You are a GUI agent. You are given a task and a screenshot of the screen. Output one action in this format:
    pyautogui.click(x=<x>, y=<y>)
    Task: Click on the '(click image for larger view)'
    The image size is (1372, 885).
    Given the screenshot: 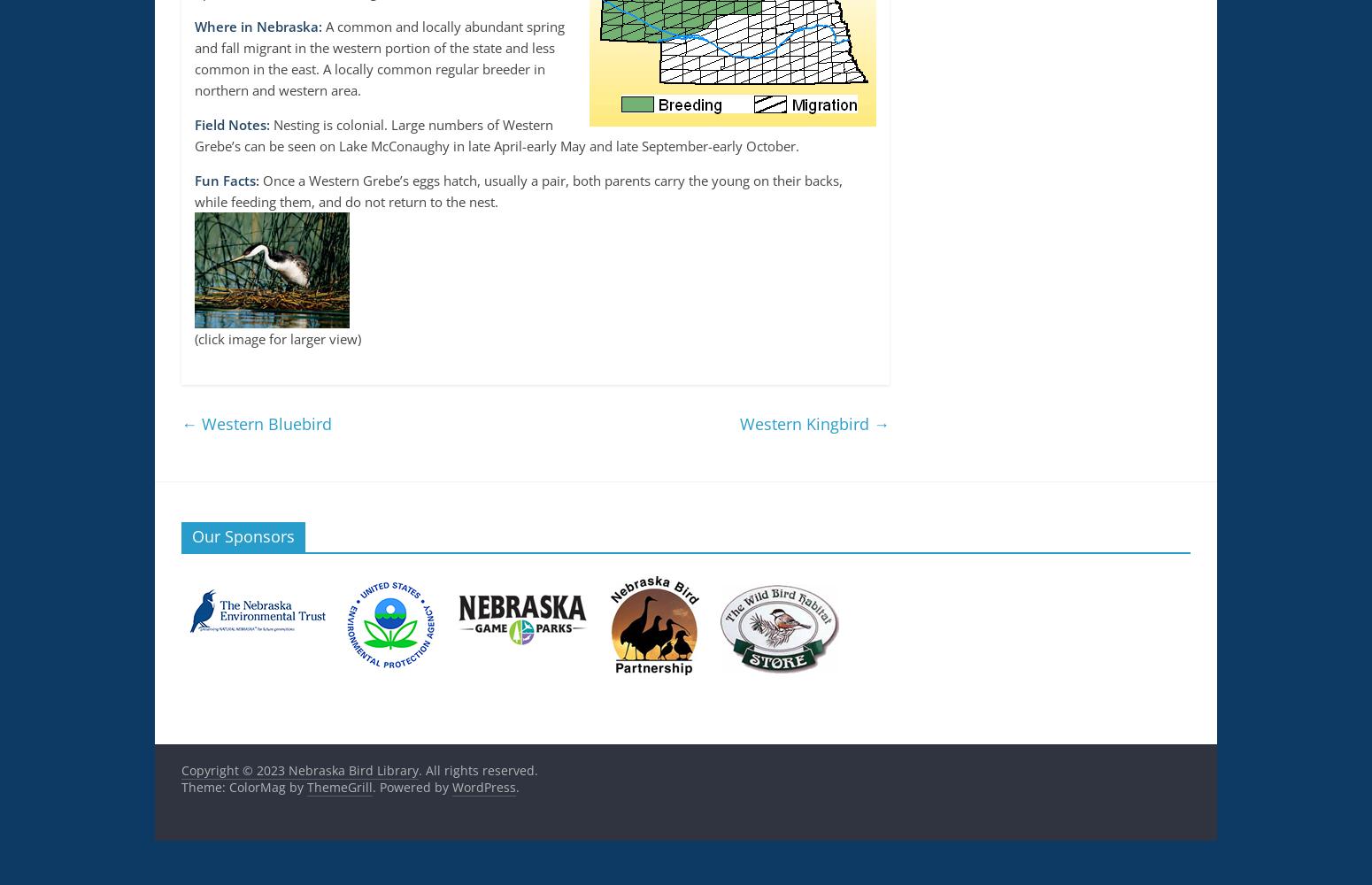 What is the action you would take?
    pyautogui.click(x=277, y=339)
    